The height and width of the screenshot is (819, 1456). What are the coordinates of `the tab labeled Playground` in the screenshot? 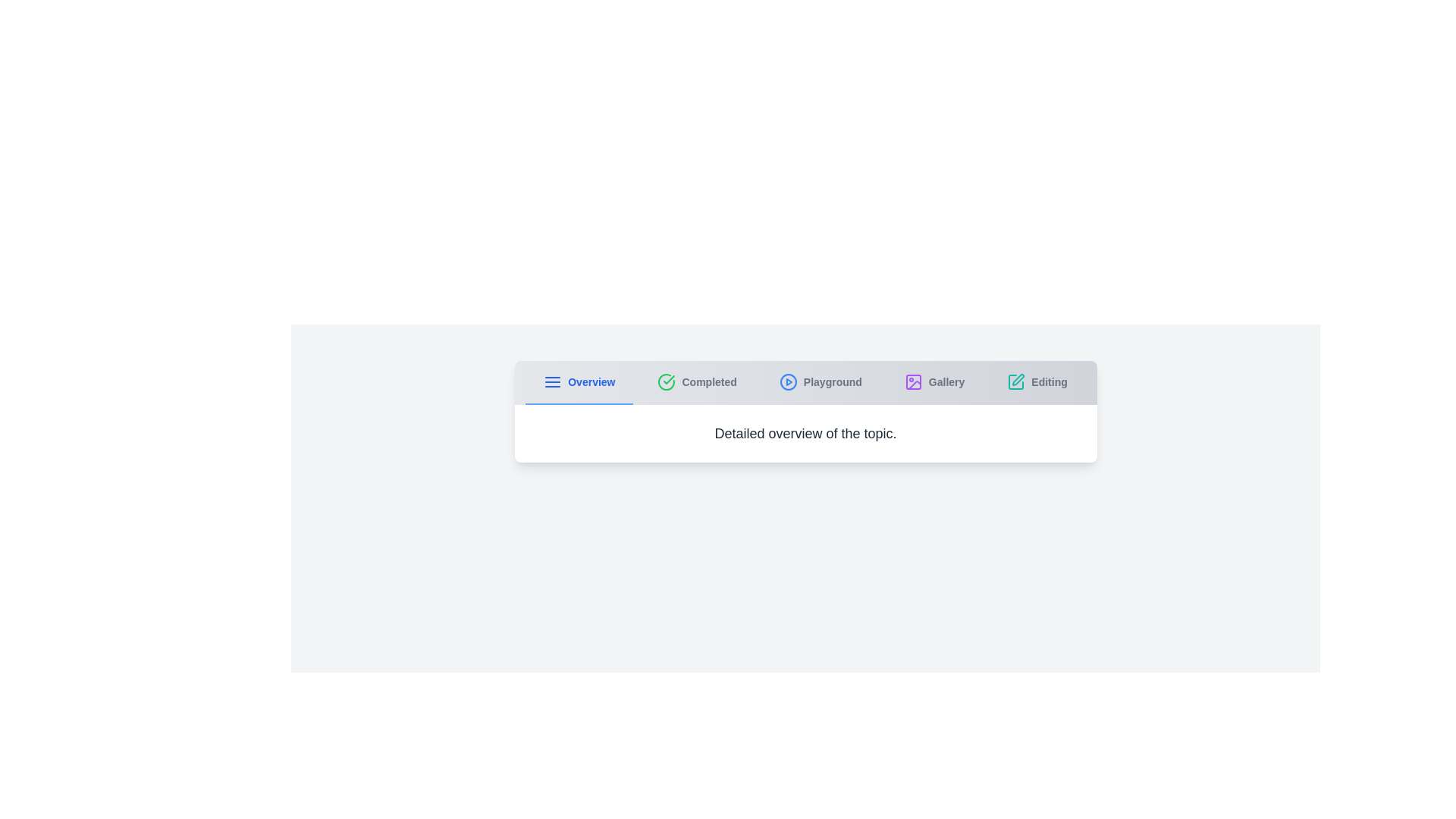 It's located at (820, 382).